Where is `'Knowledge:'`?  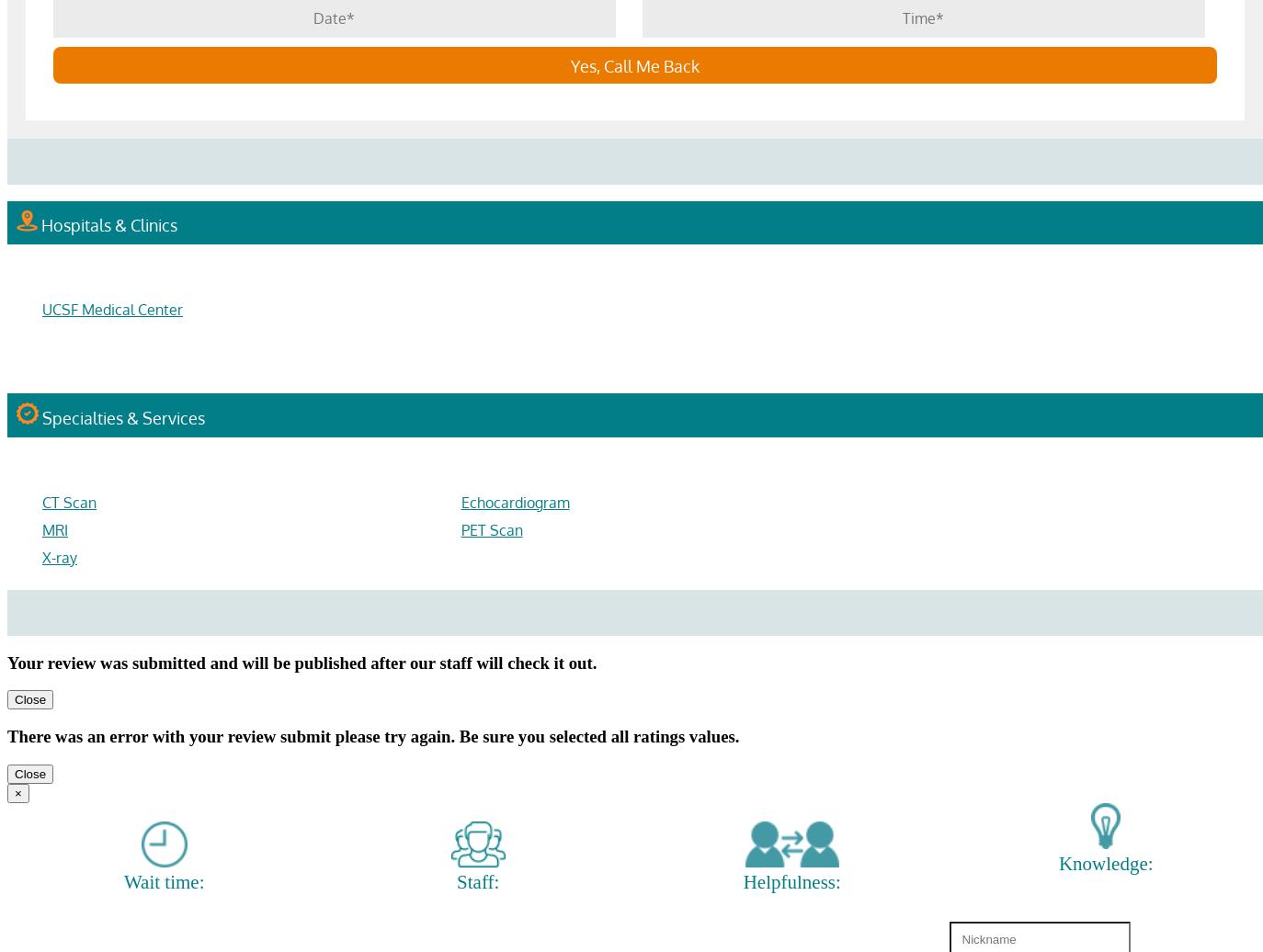
'Knowledge:' is located at coordinates (1105, 863).